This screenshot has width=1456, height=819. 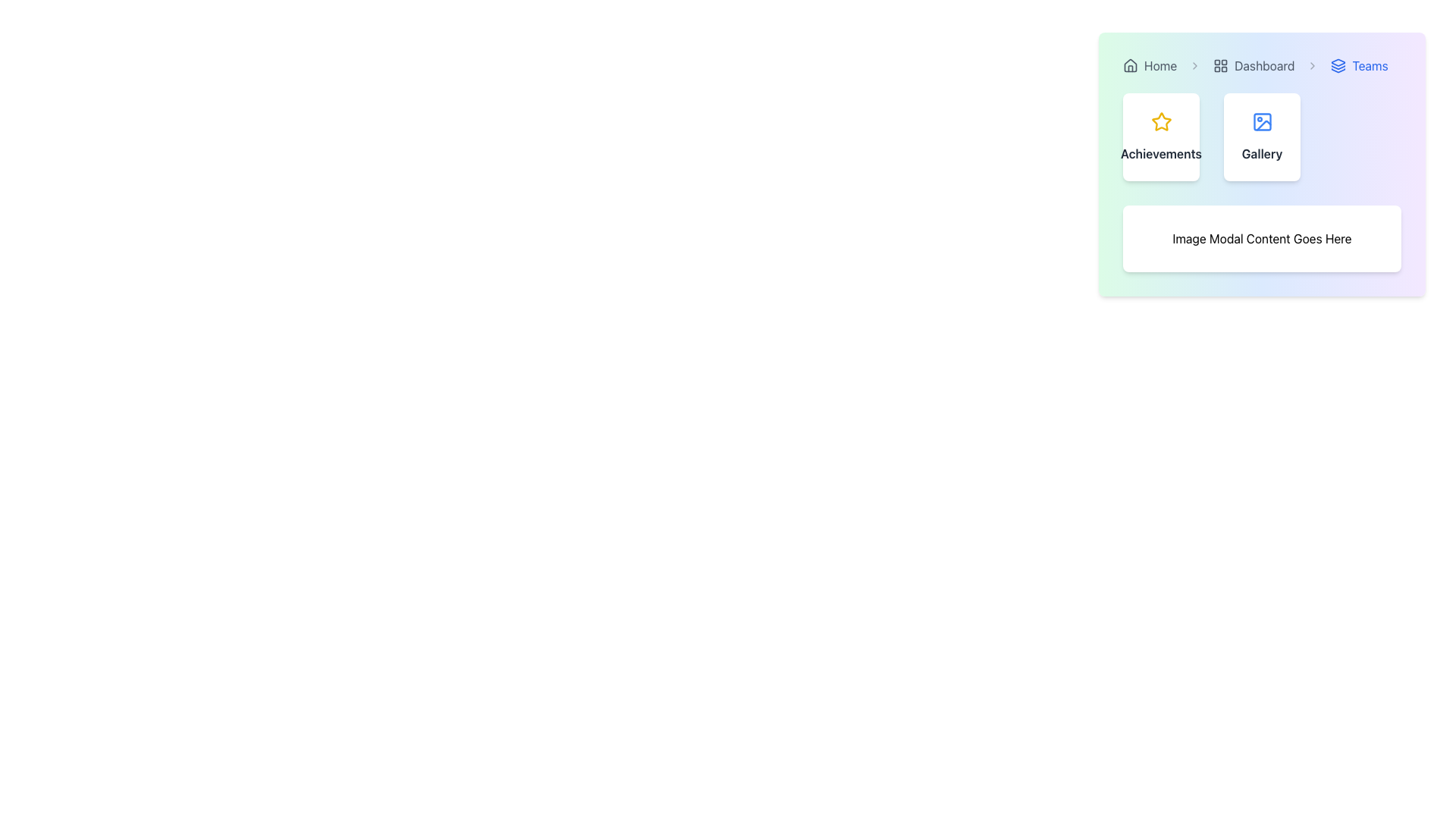 What do you see at coordinates (1160, 121) in the screenshot?
I see `the yellow star-shaped icon located in the top-right section of the interface within the 'Achievements' card` at bounding box center [1160, 121].